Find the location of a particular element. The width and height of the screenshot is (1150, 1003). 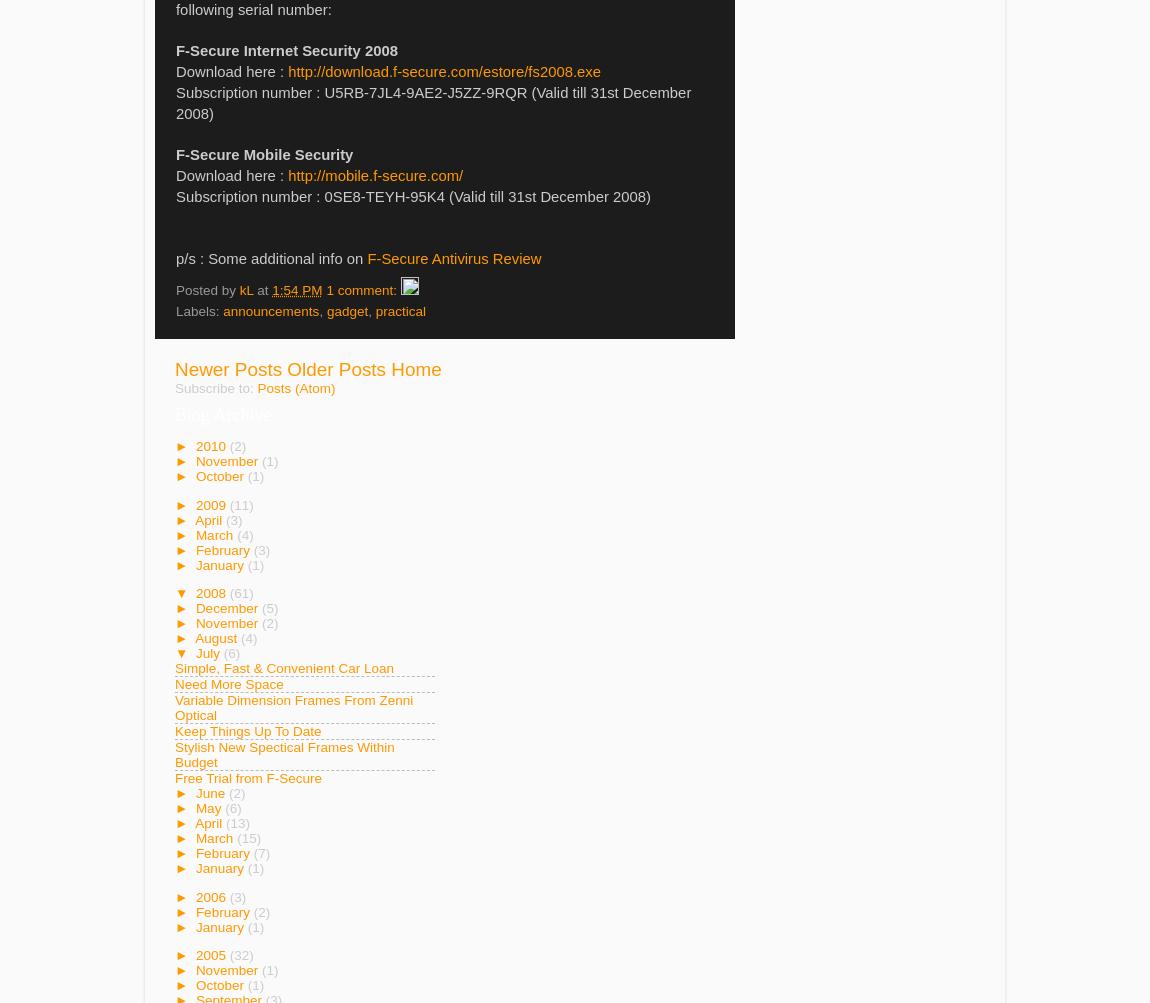

'http://download.f-secure.com/estore/fs2008.exe' is located at coordinates (286, 71).